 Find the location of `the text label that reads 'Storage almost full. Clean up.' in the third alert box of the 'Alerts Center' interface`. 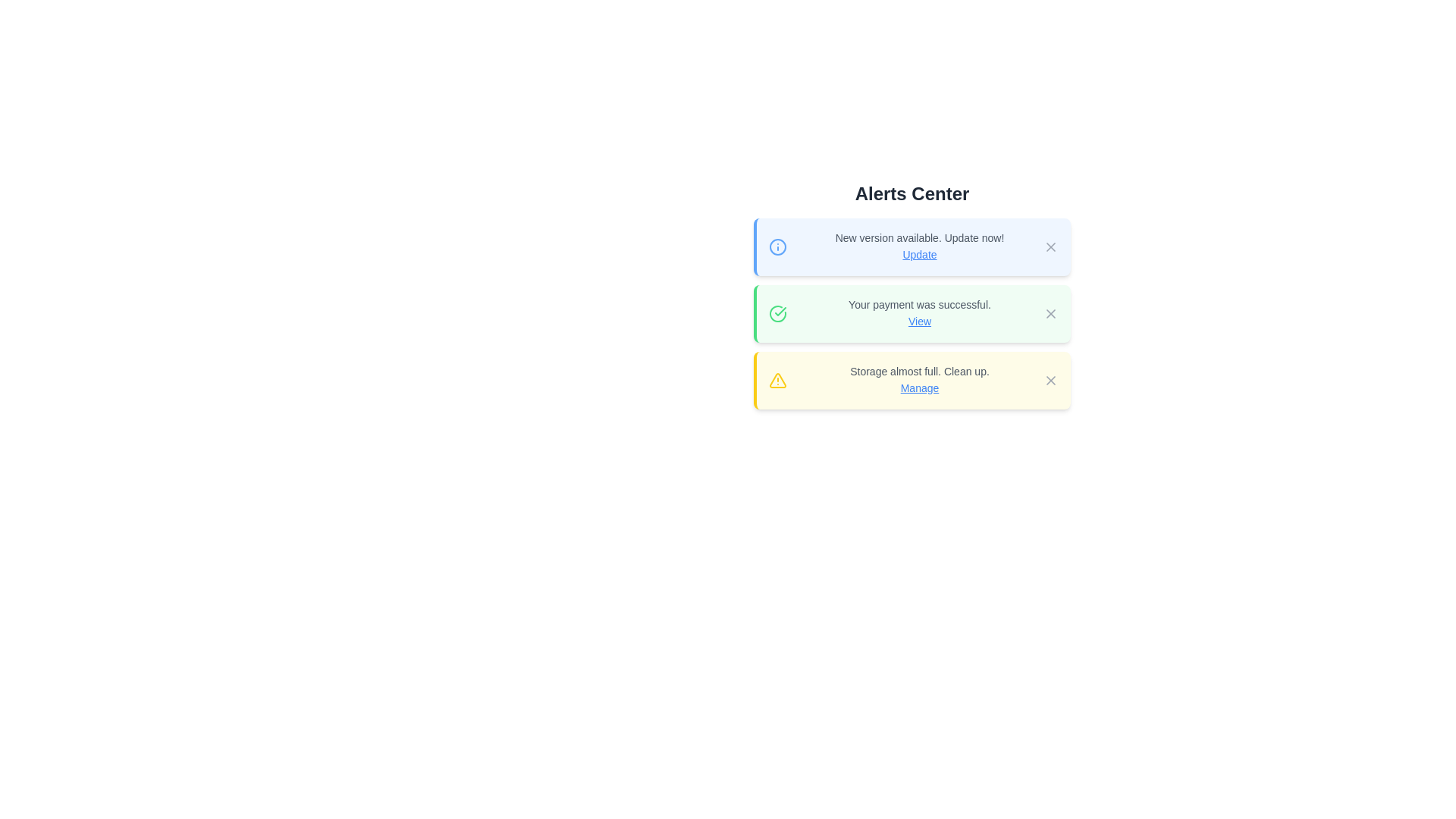

the text label that reads 'Storage almost full. Clean up.' in the third alert box of the 'Alerts Center' interface is located at coordinates (919, 371).